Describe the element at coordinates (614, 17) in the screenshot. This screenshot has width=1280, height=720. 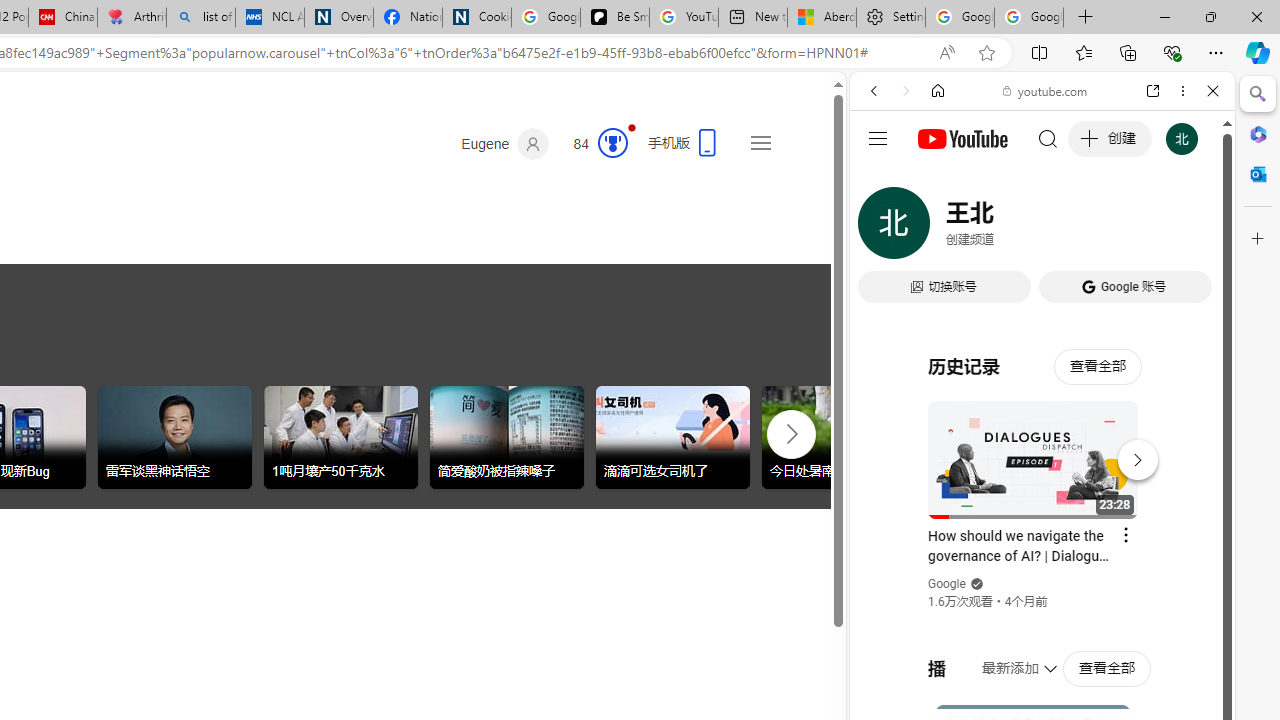
I see `'Be Smart | creating Science videos | Patreon'` at that location.